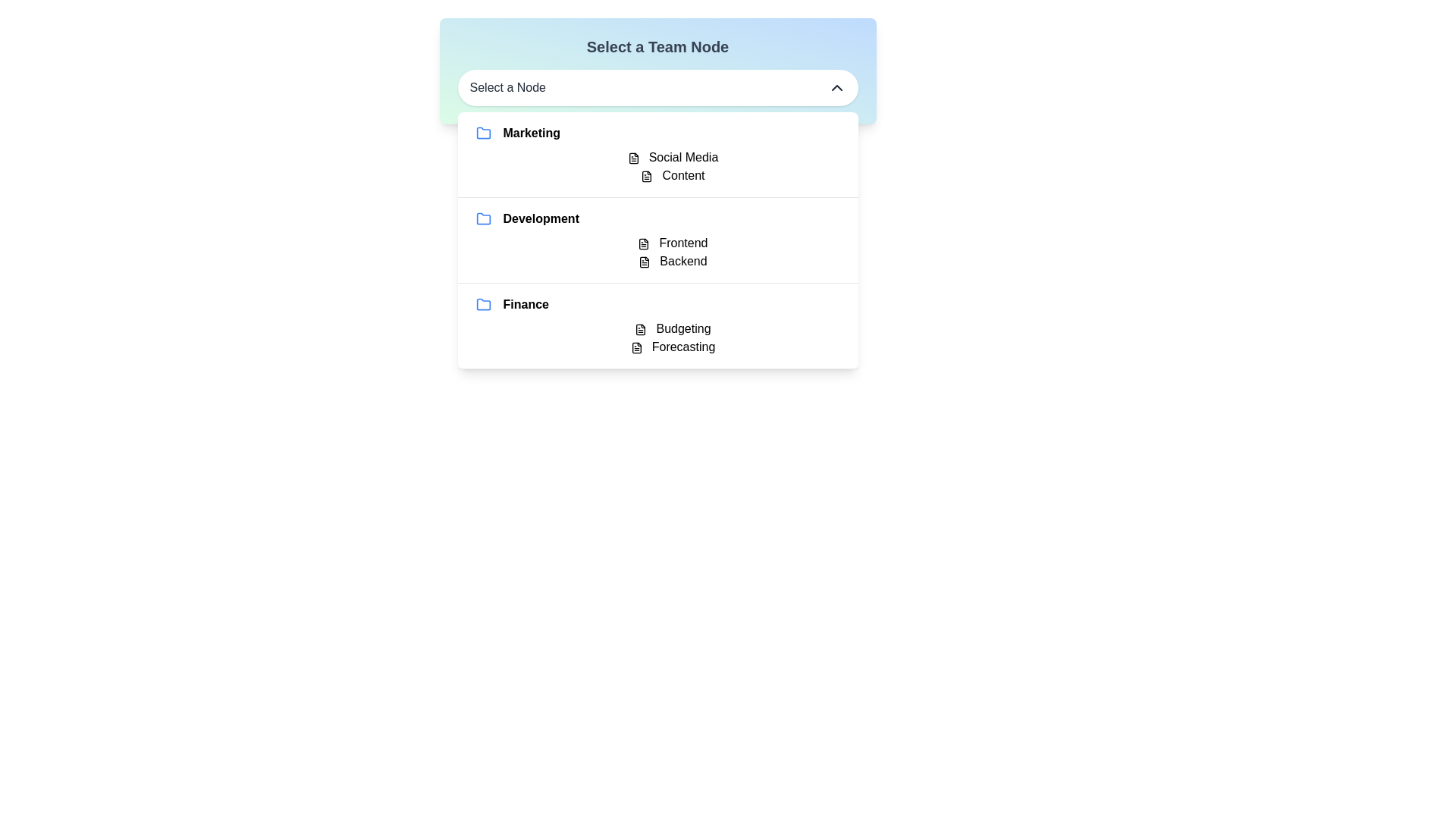 This screenshot has width=1456, height=819. I want to click on the 'Budgeting' item within the 'Finance' collapsible list item, so click(657, 325).